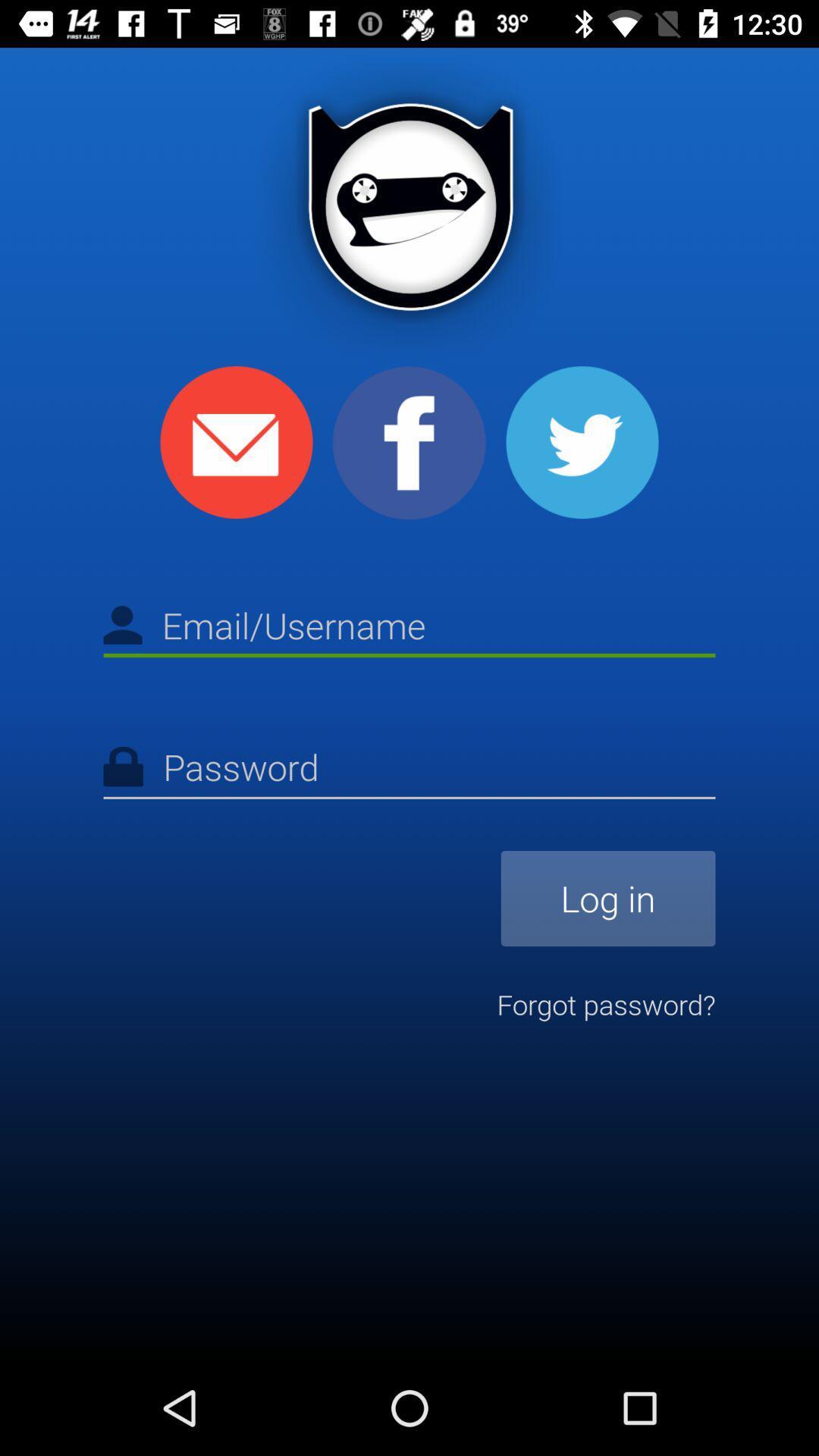  Describe the element at coordinates (409, 442) in the screenshot. I see `login with facebook` at that location.